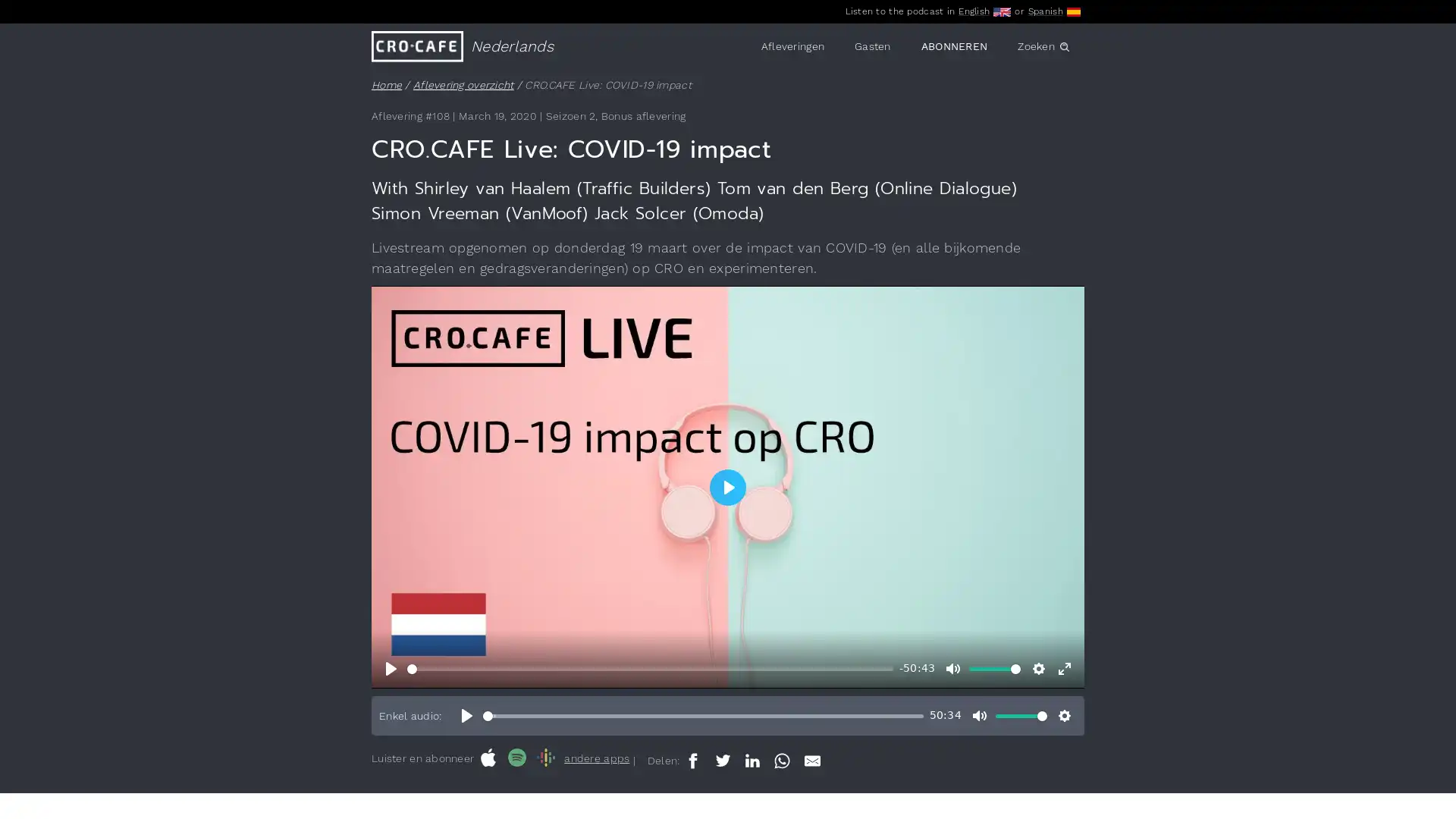 Image resolution: width=1456 pixels, height=819 pixels. Describe the element at coordinates (952, 668) in the screenshot. I see `Mute` at that location.